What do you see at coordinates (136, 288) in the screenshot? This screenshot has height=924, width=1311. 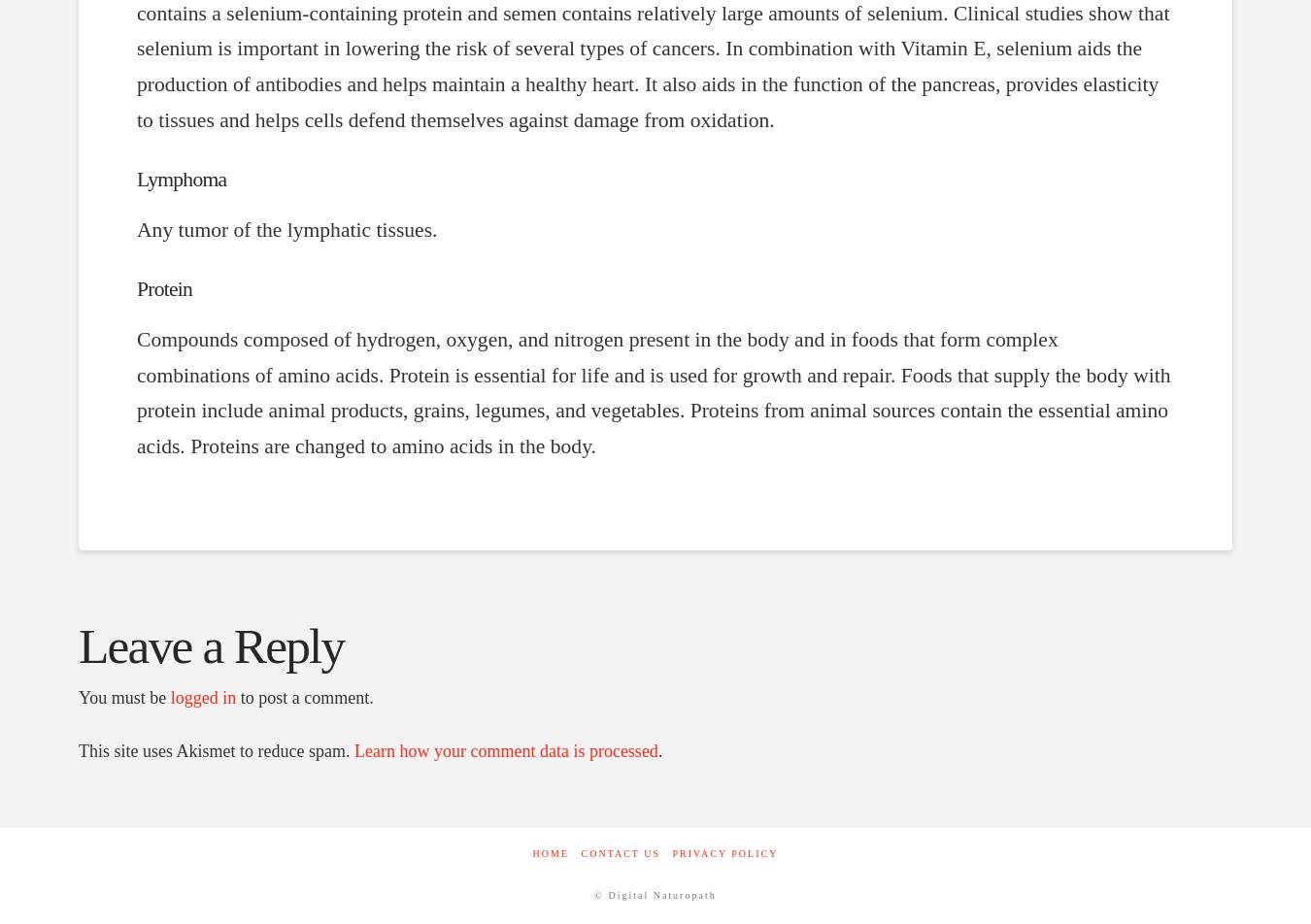 I see `'Protein'` at bounding box center [136, 288].